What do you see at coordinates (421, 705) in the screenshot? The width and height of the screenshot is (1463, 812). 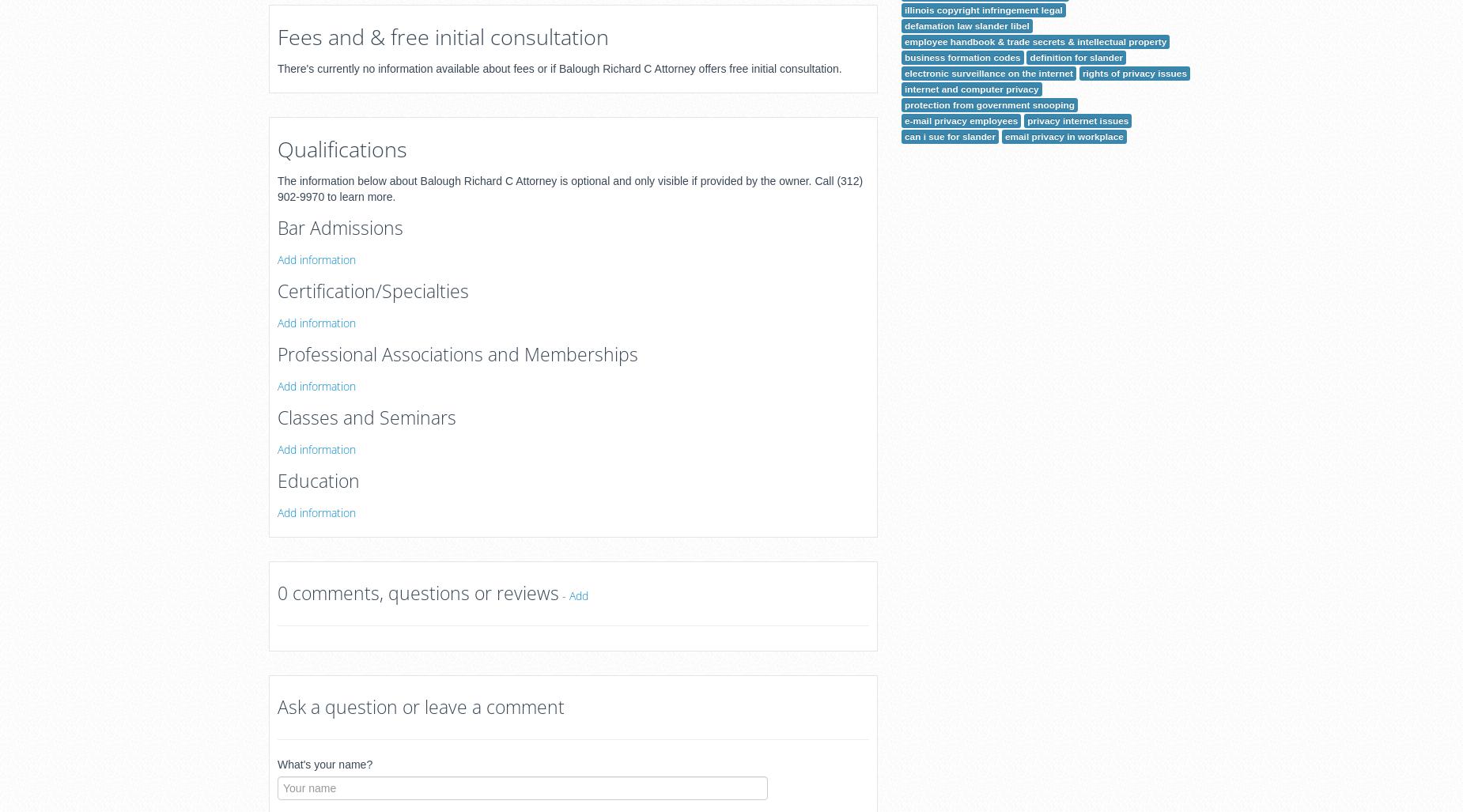 I see `'Ask a question or leave a comment'` at bounding box center [421, 705].